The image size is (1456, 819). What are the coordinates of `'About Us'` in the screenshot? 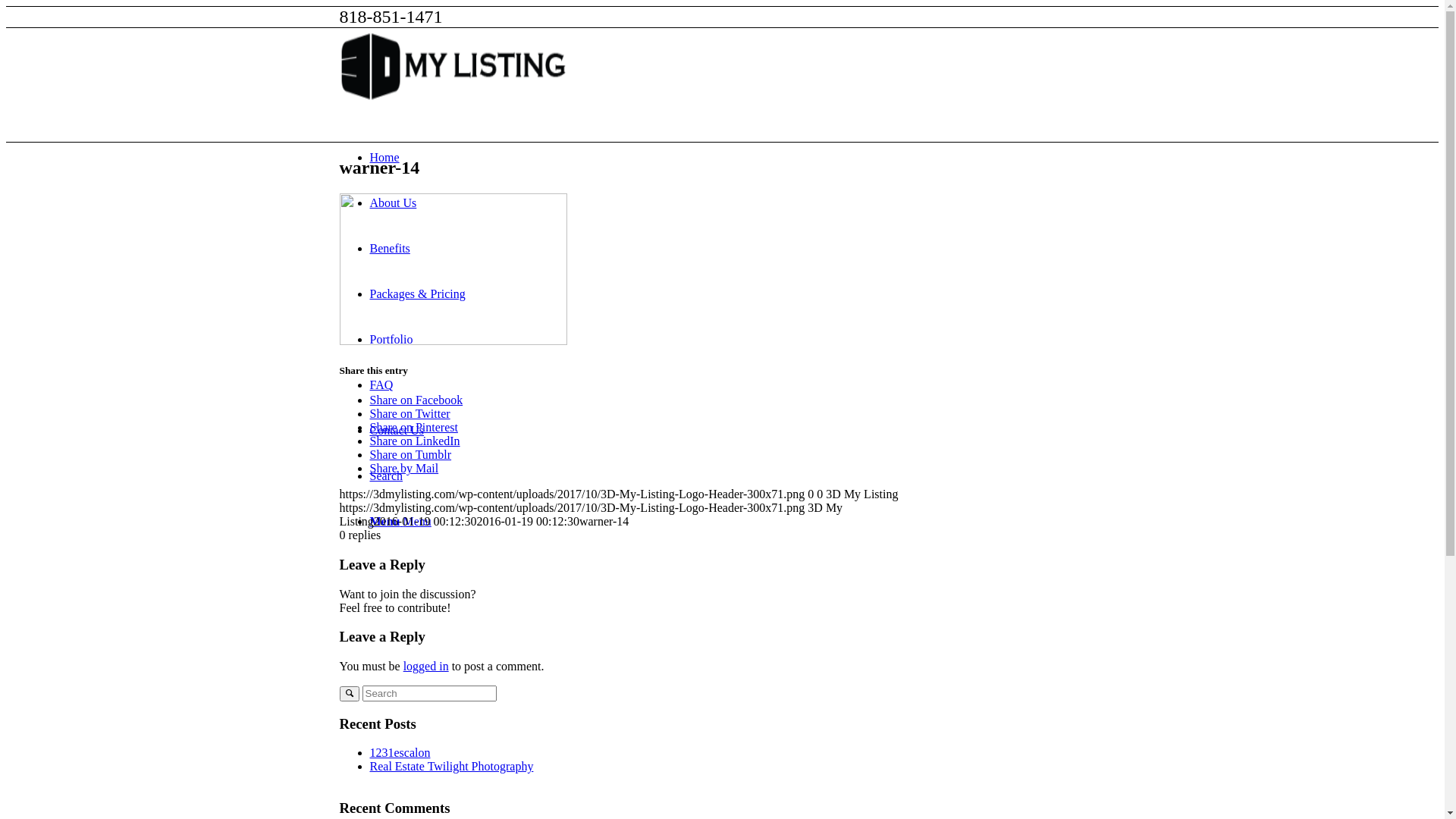 It's located at (393, 202).